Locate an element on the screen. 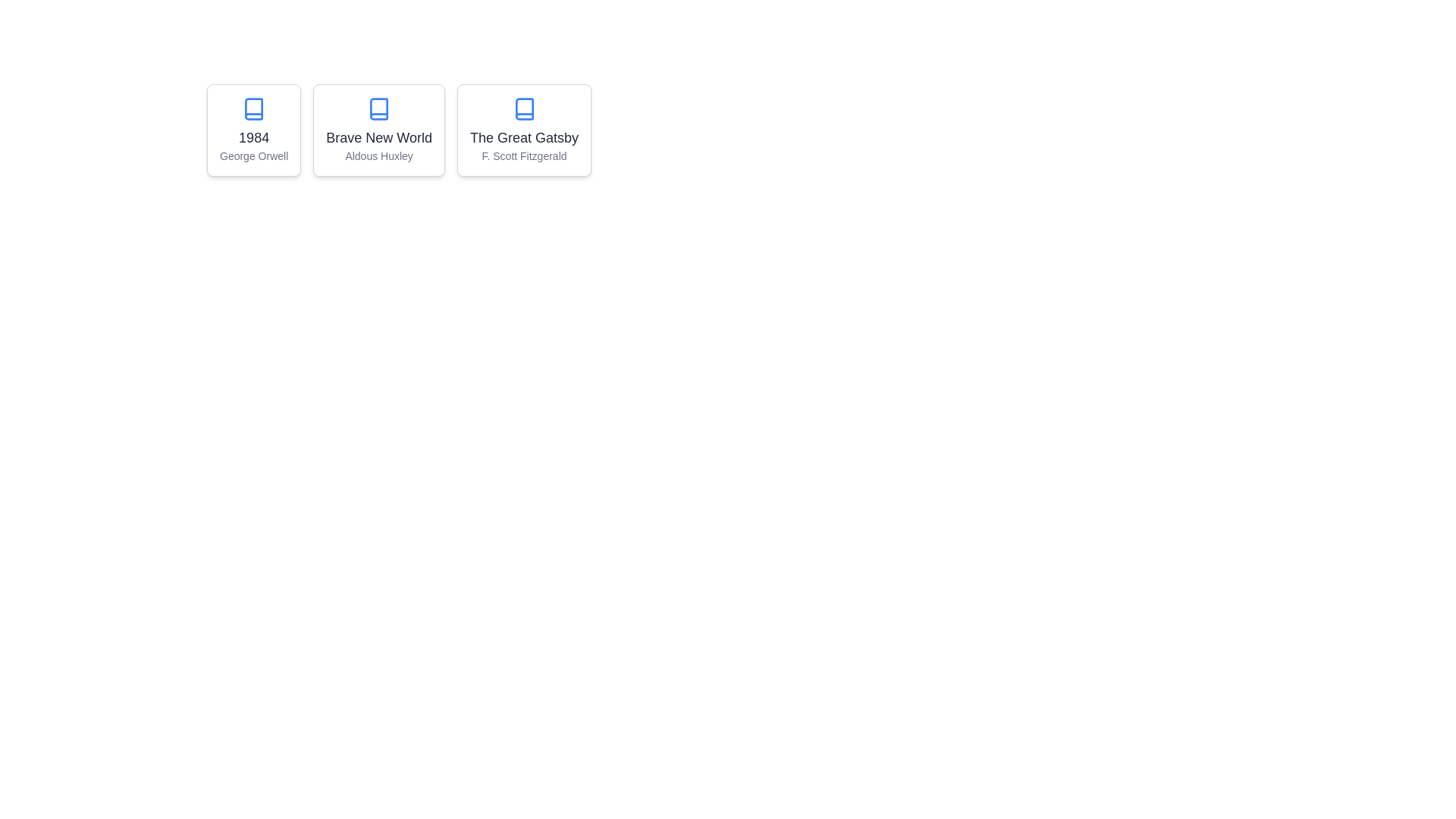 Image resolution: width=1456 pixels, height=819 pixels. the text label displaying the title 'Brave New World' within the book card structure, positioned below the book icon and above the author text 'Aldous Huxley' is located at coordinates (379, 137).